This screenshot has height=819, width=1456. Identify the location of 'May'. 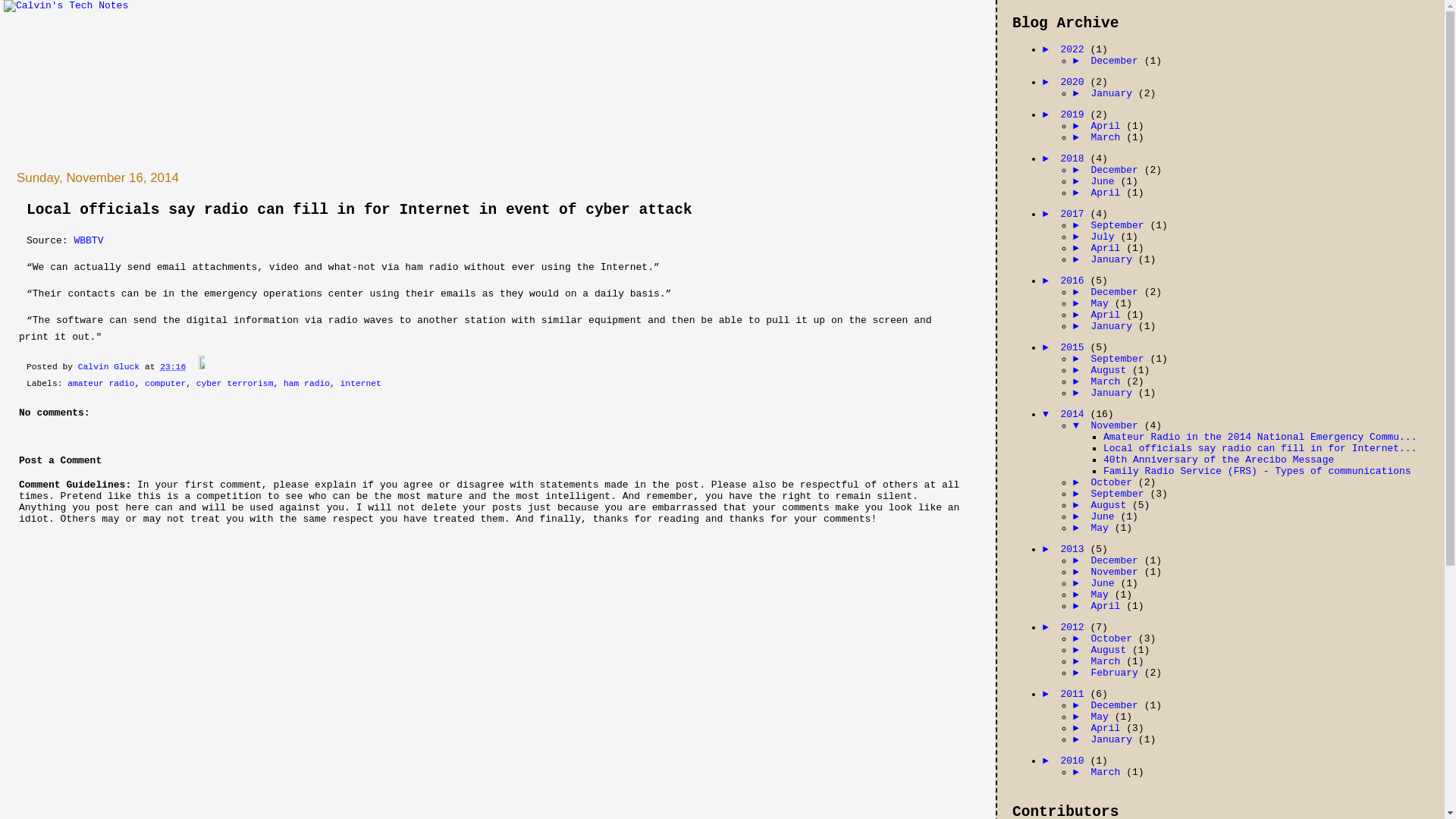
(1102, 303).